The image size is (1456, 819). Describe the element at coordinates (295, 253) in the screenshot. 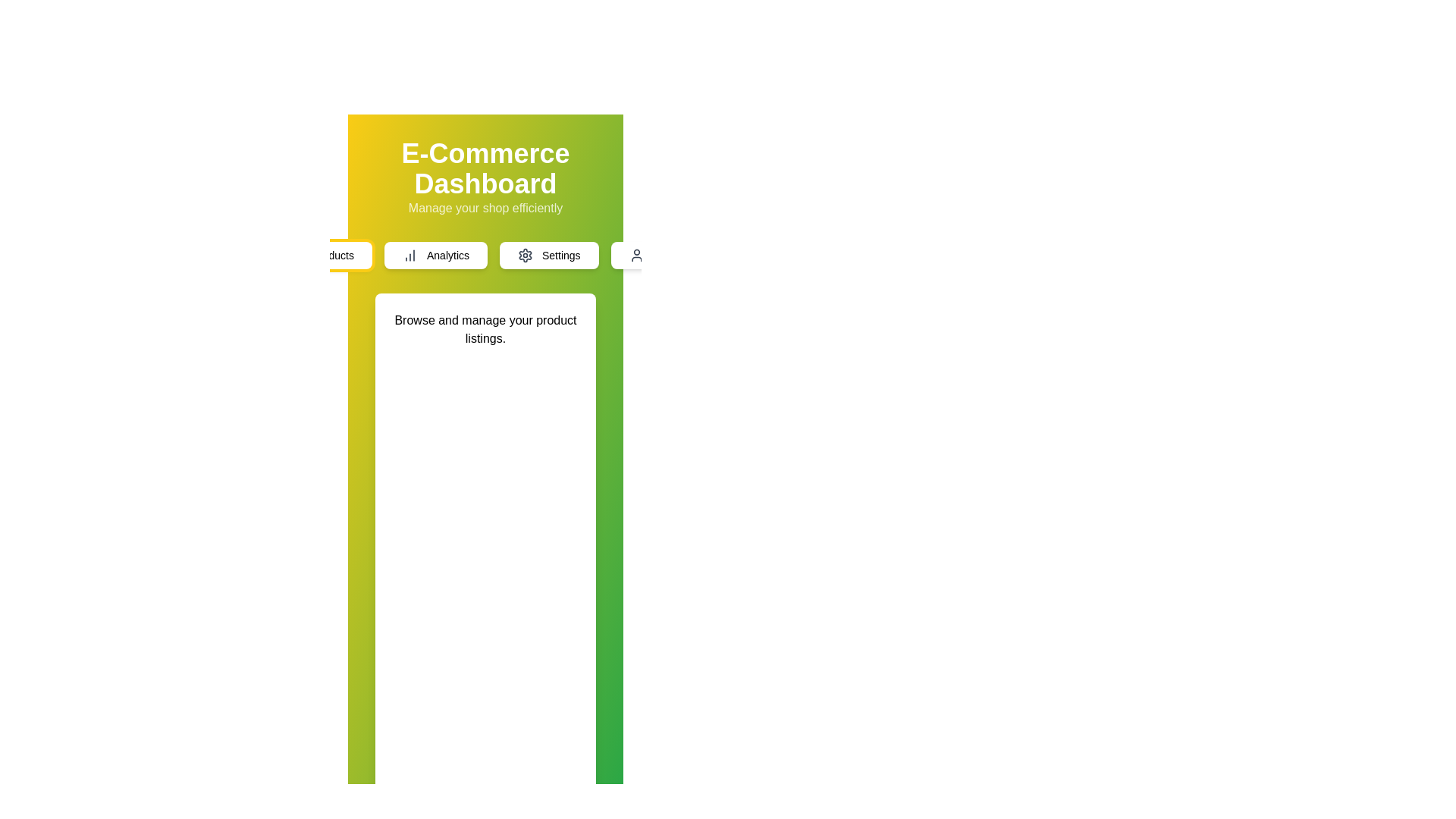

I see `the graphical details of the Shopping Cart icon located in the navigation bar, positioned to the left of the 'Products', 'Analytics', and 'Settings' buttons` at that location.